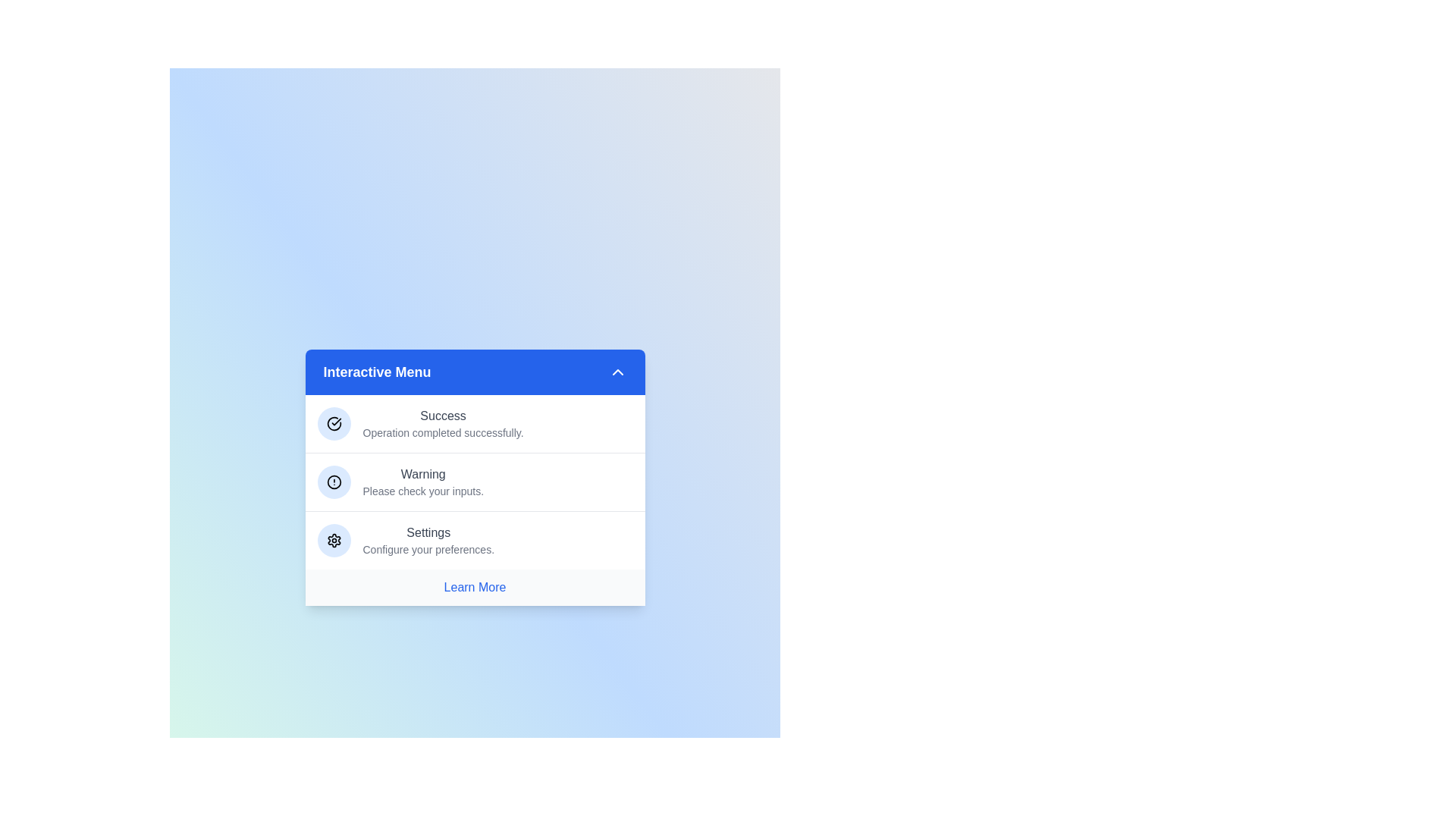  I want to click on the menu item corresponding to Success, so click(474, 424).